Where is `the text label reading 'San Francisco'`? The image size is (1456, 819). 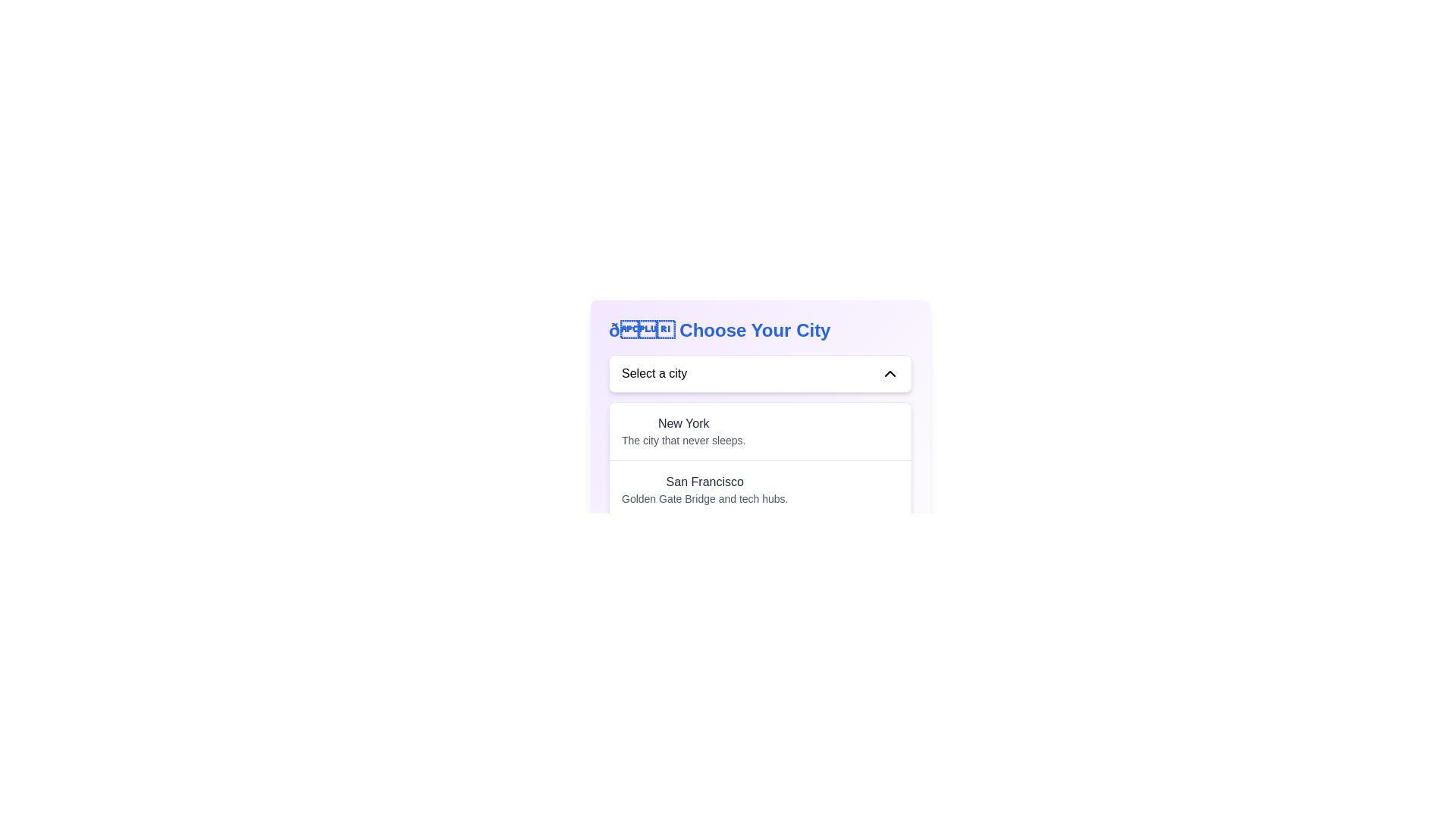 the text label reading 'San Francisco' is located at coordinates (704, 482).